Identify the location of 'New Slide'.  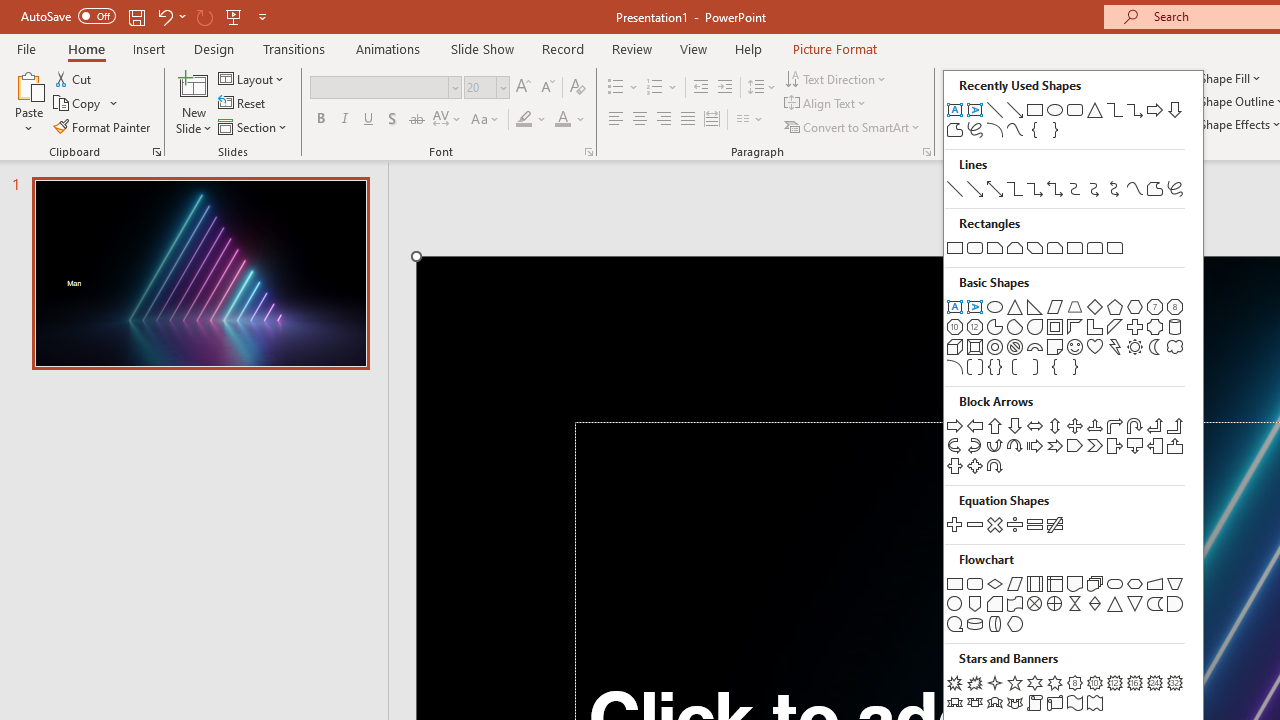
(193, 84).